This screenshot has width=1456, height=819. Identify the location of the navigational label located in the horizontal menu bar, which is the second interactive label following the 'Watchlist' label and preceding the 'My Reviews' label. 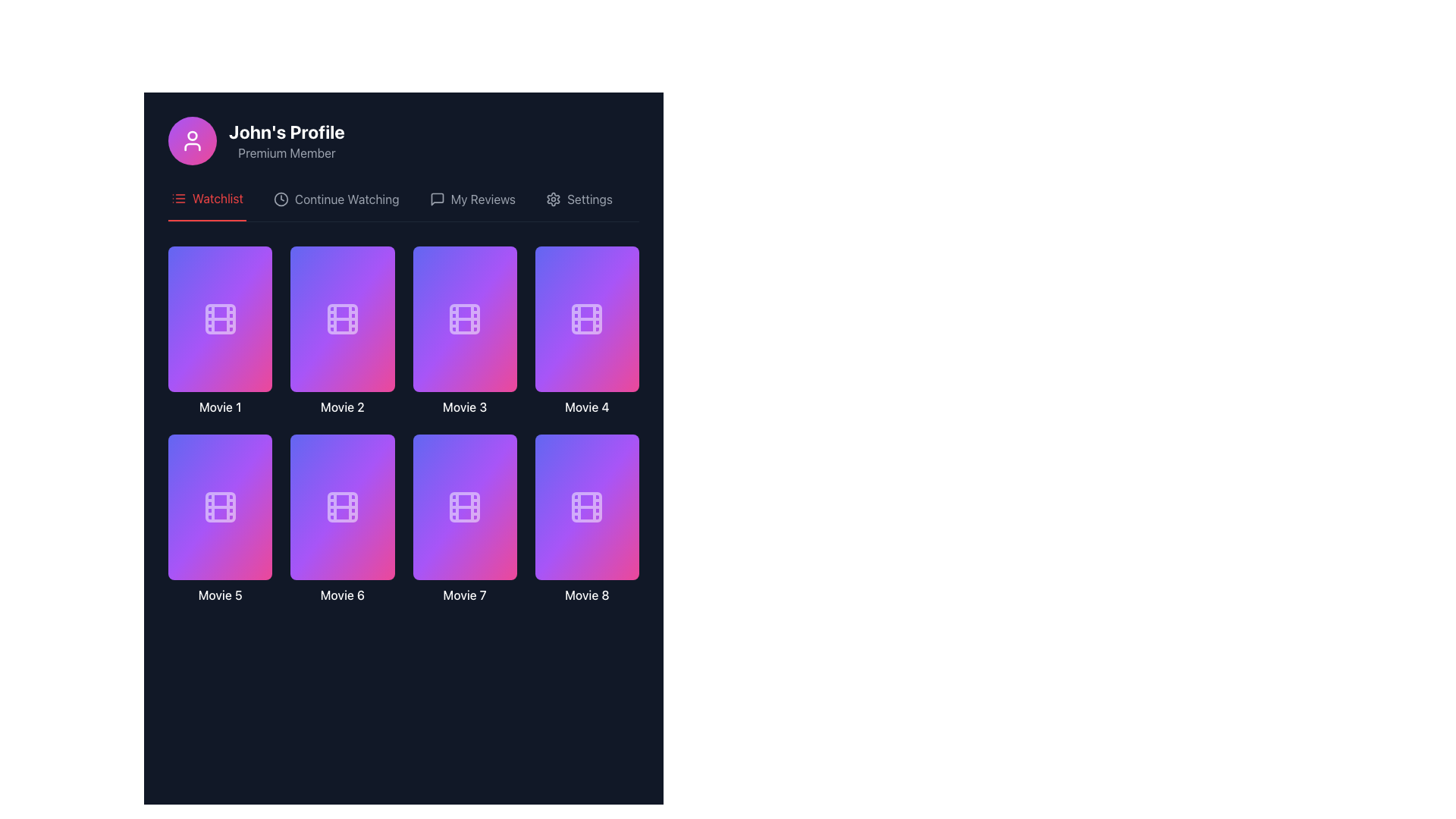
(346, 198).